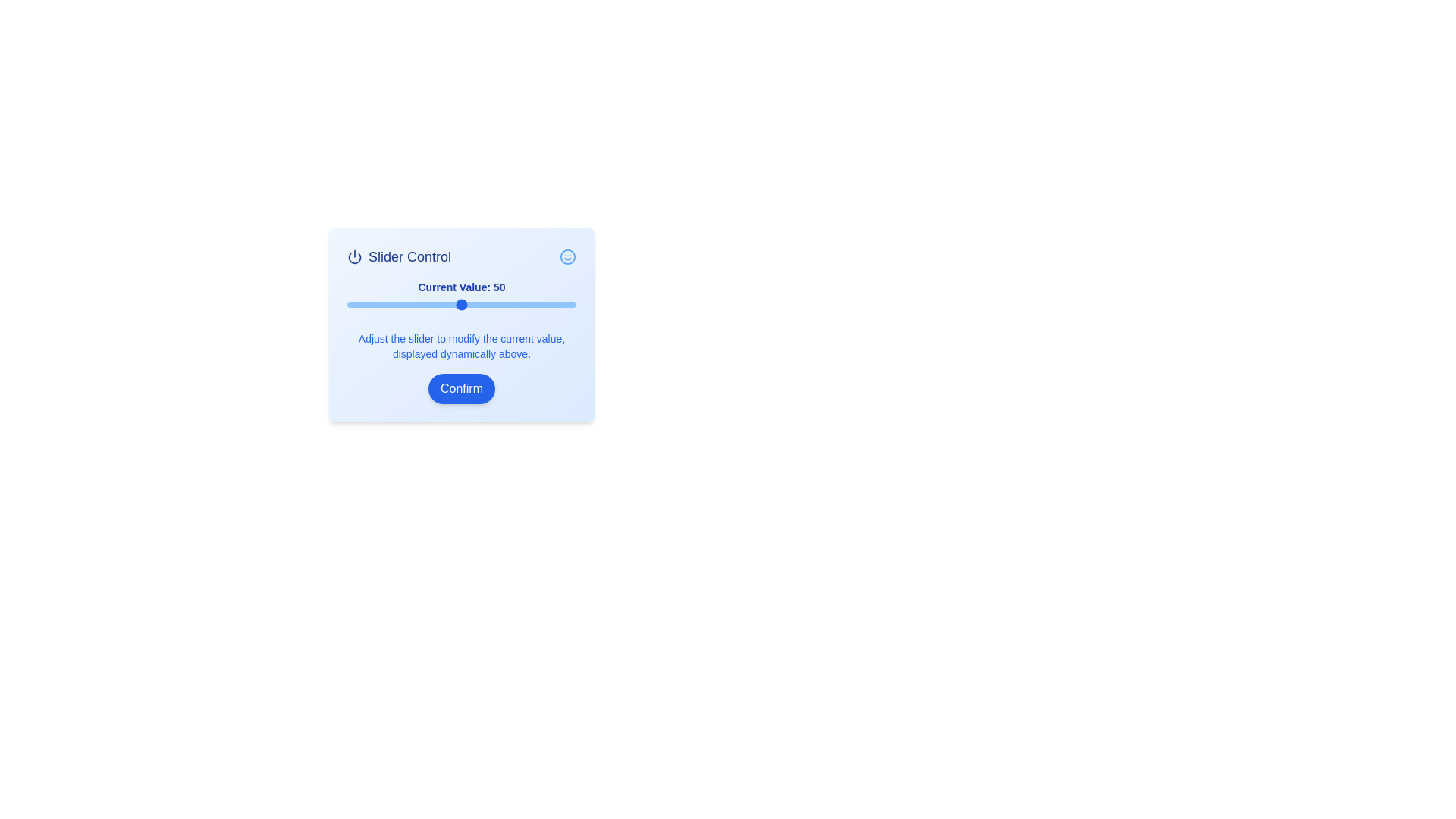 This screenshot has width=1456, height=819. What do you see at coordinates (458, 304) in the screenshot?
I see `the slider value` at bounding box center [458, 304].